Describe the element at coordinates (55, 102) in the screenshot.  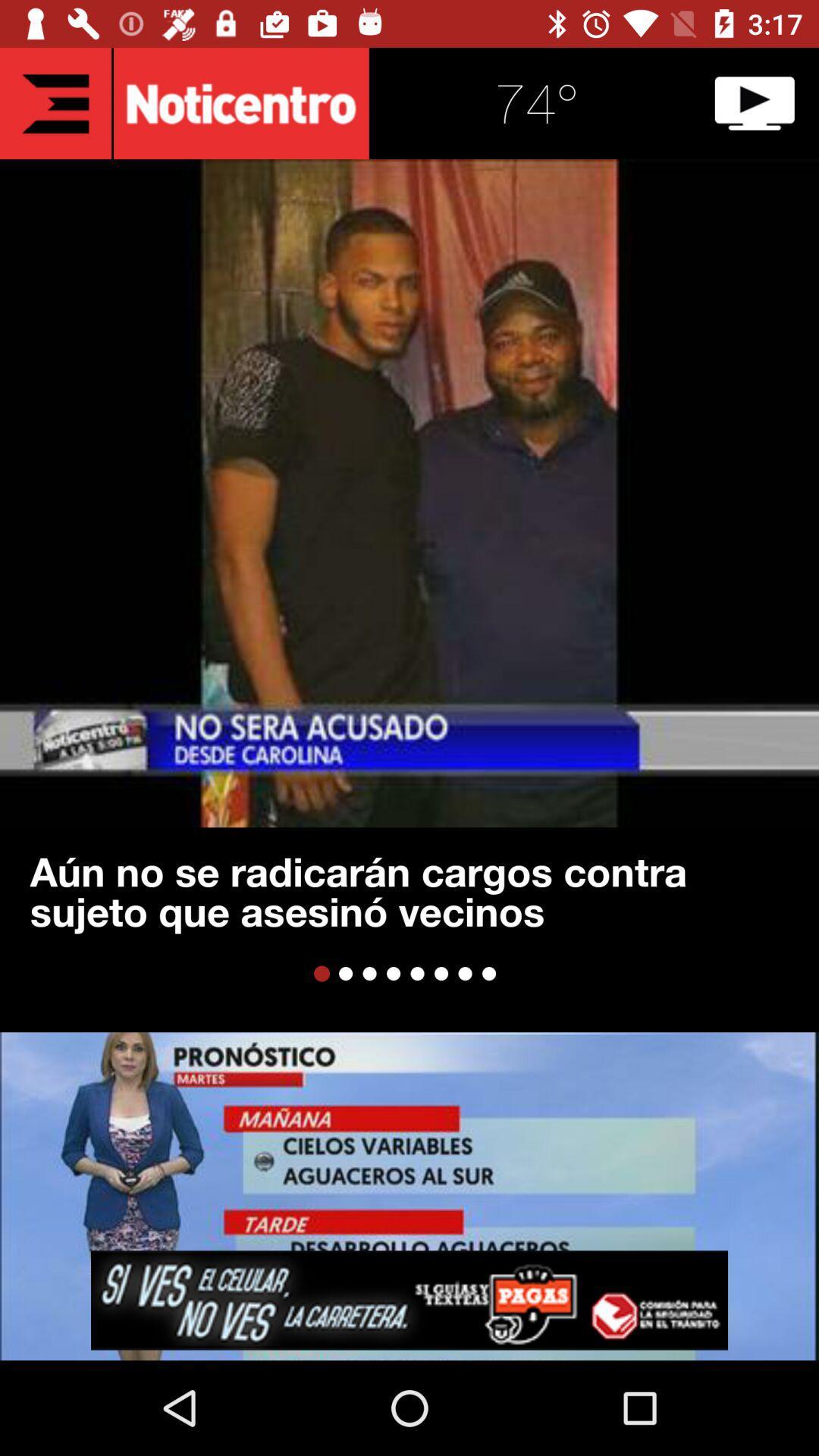
I see `return to main screen` at that location.